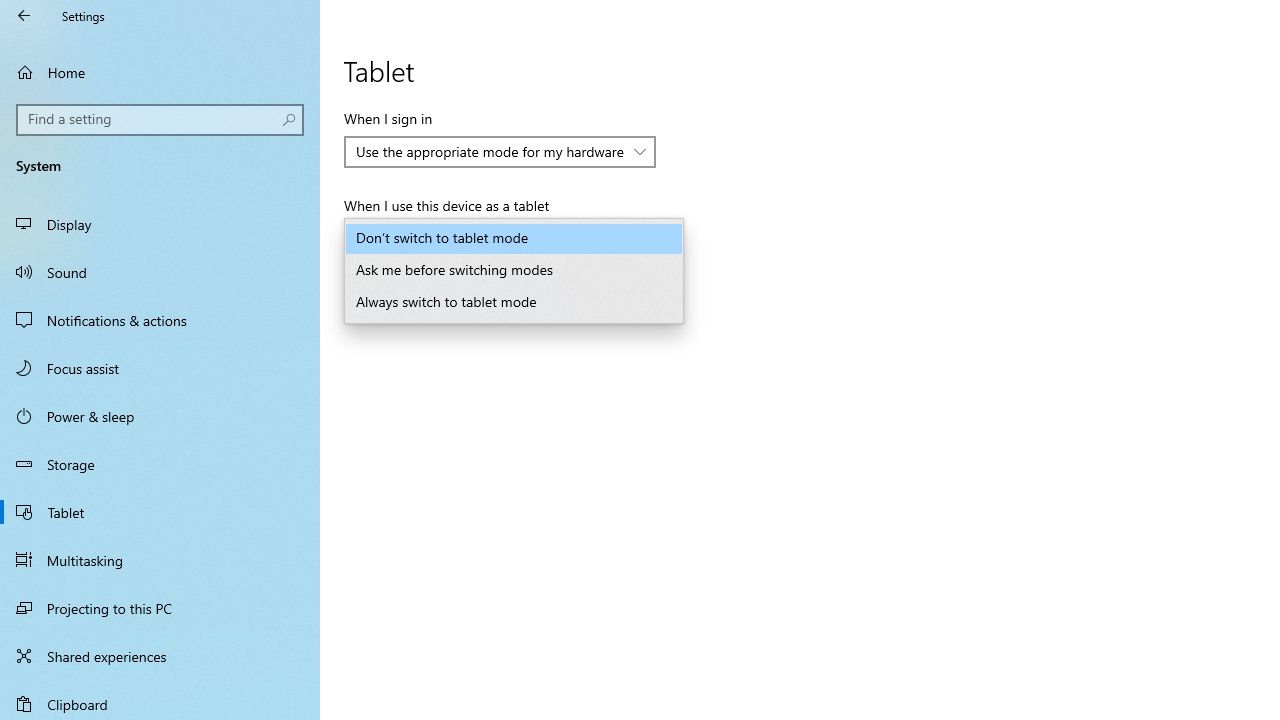 This screenshot has width=1280, height=720. Describe the element at coordinates (490, 150) in the screenshot. I see `'Use the appropriate mode for my hardware'` at that location.